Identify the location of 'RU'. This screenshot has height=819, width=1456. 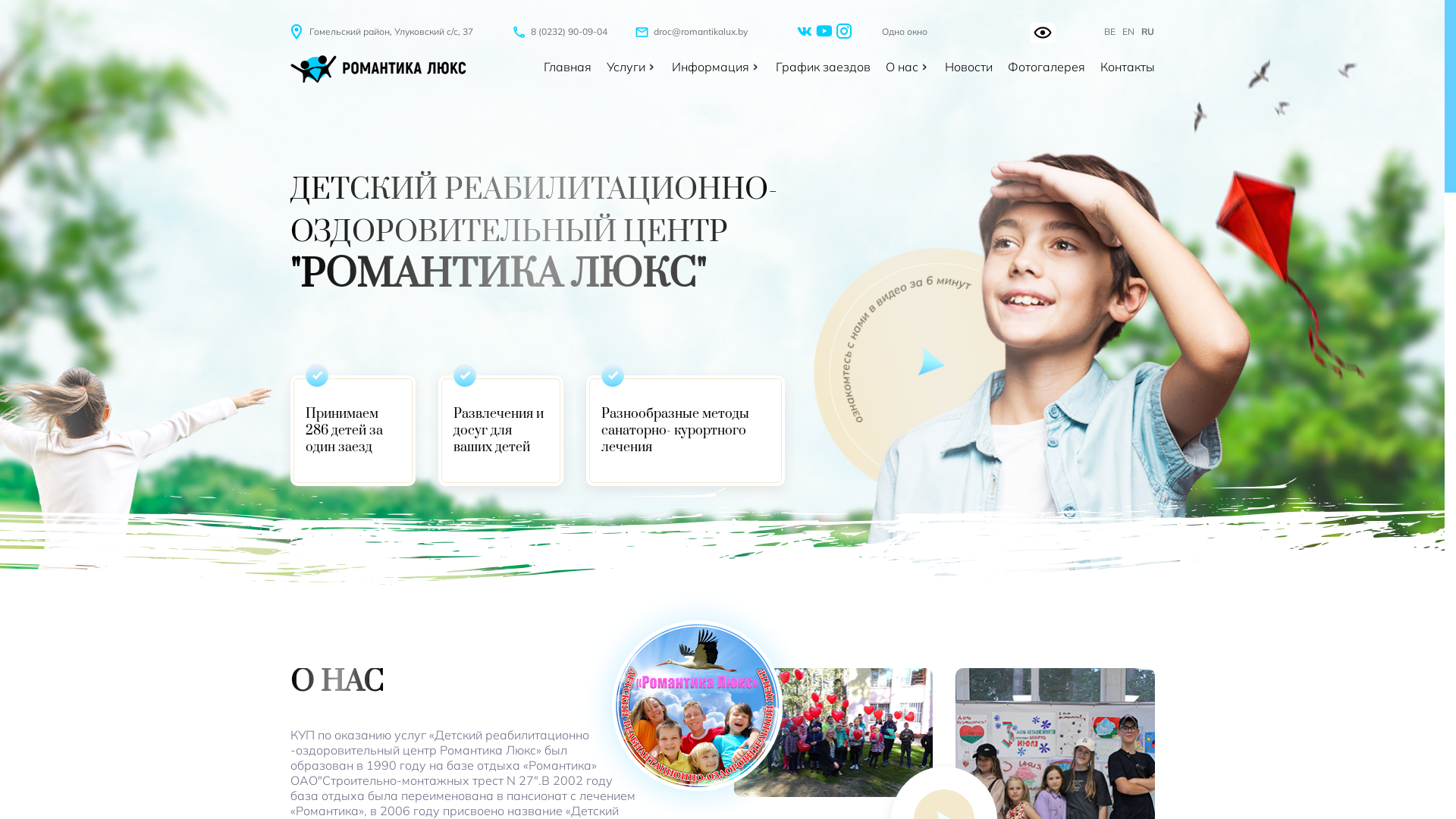
(1147, 32).